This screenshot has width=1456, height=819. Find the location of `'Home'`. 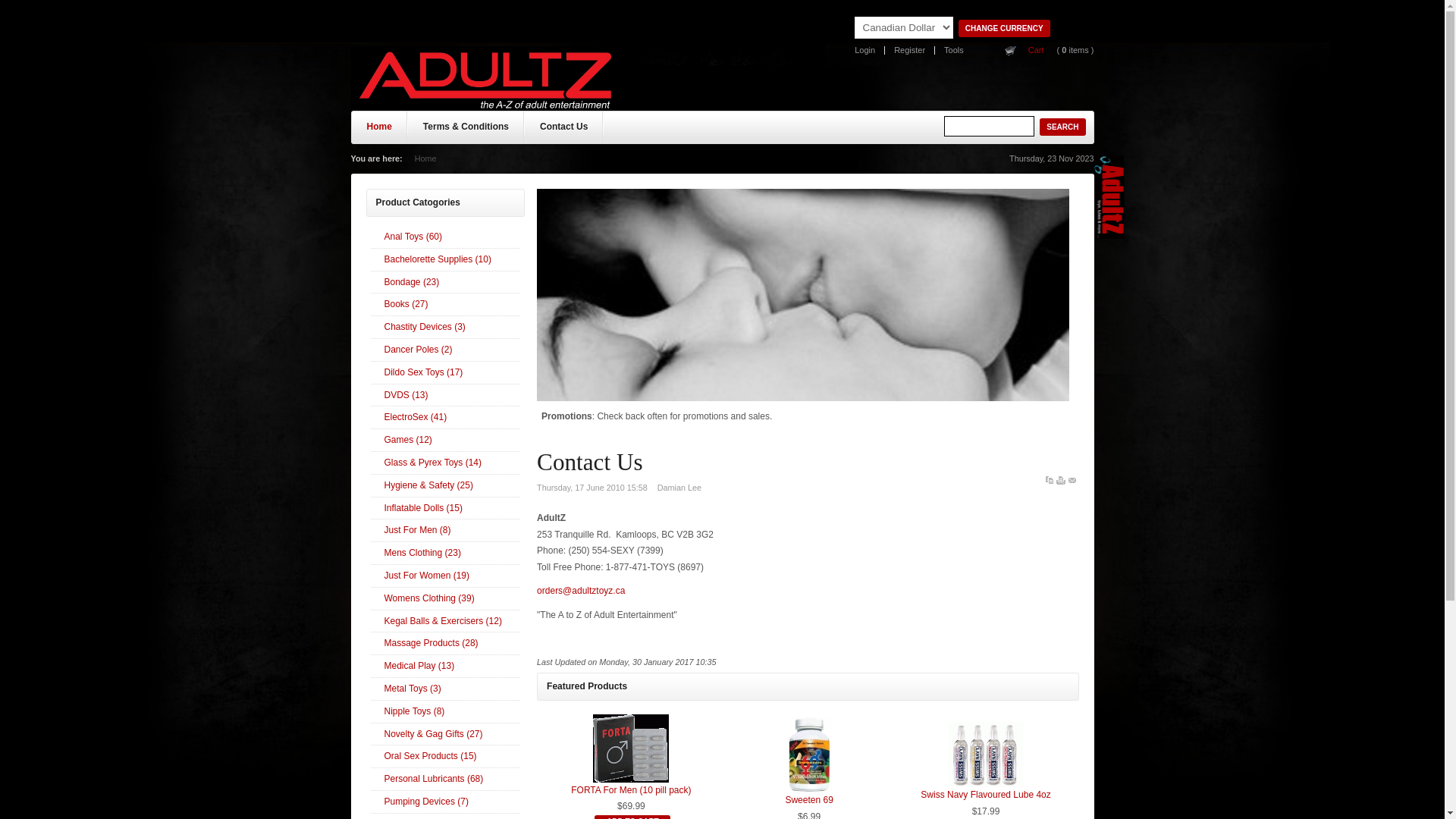

'Home' is located at coordinates (379, 130).